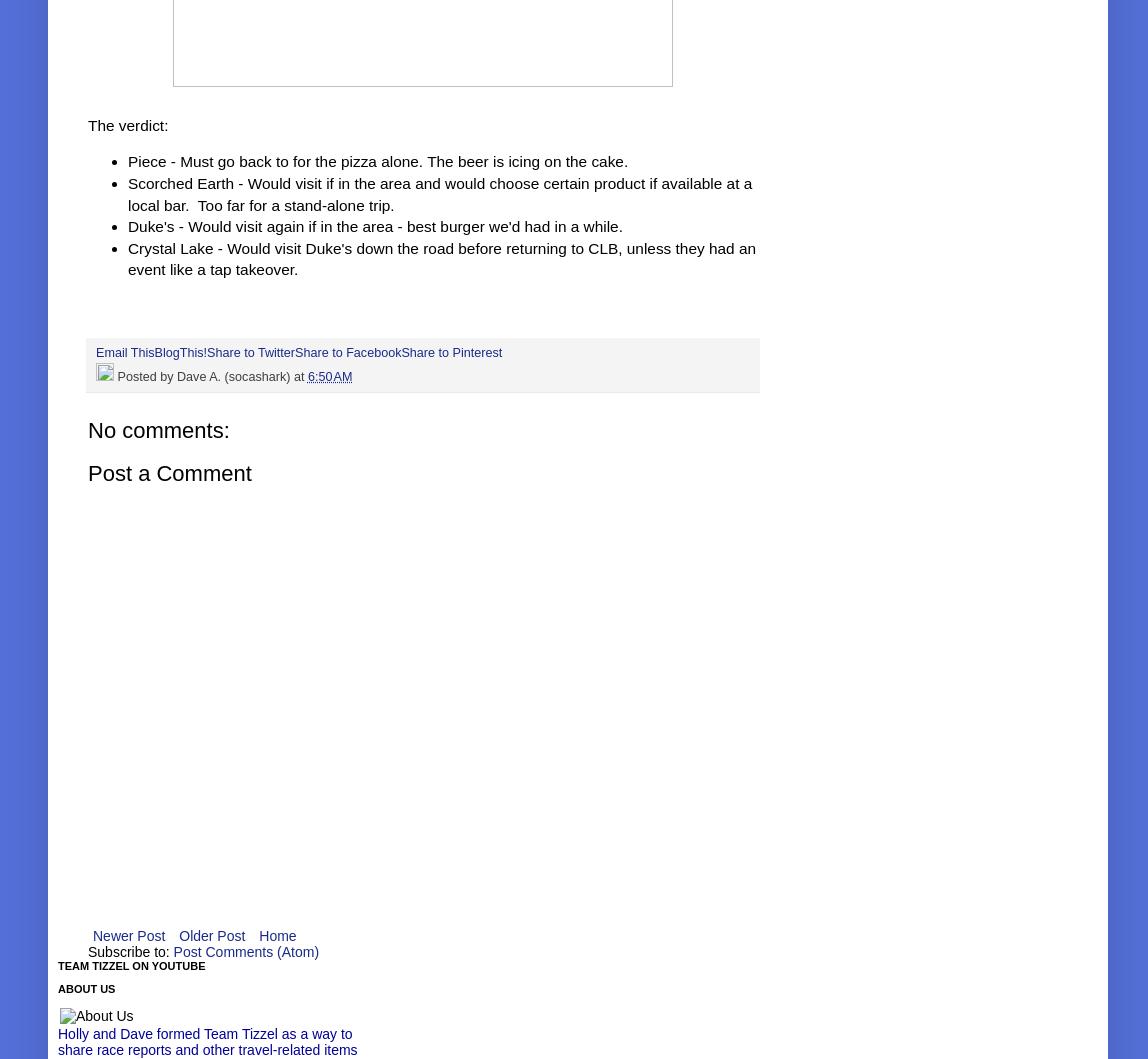 The height and width of the screenshot is (1059, 1148). I want to click on 'About Us', so click(86, 987).